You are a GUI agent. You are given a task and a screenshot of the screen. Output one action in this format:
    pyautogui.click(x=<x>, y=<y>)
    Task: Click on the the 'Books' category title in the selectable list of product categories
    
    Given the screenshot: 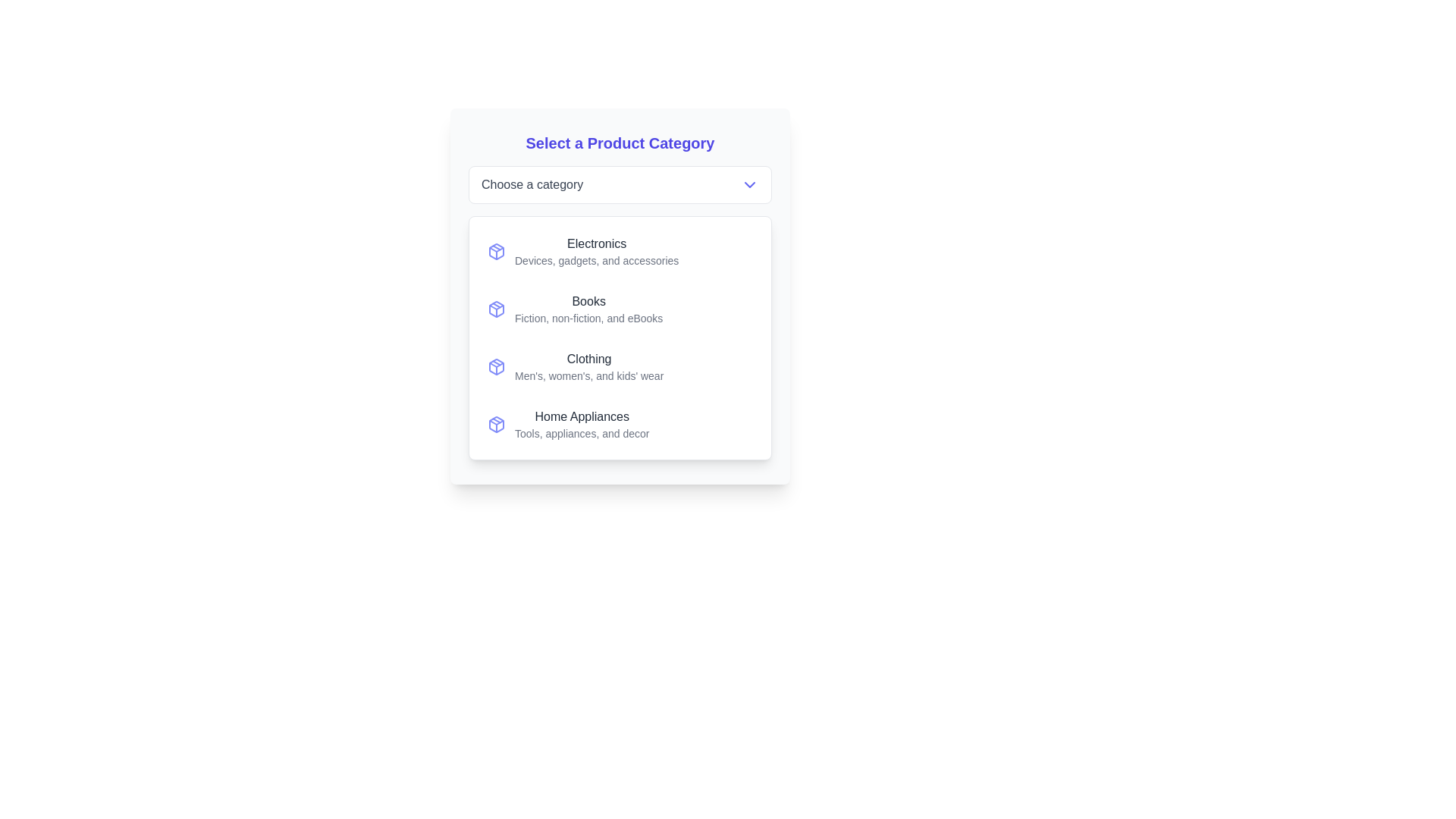 What is the action you would take?
    pyautogui.click(x=588, y=301)
    